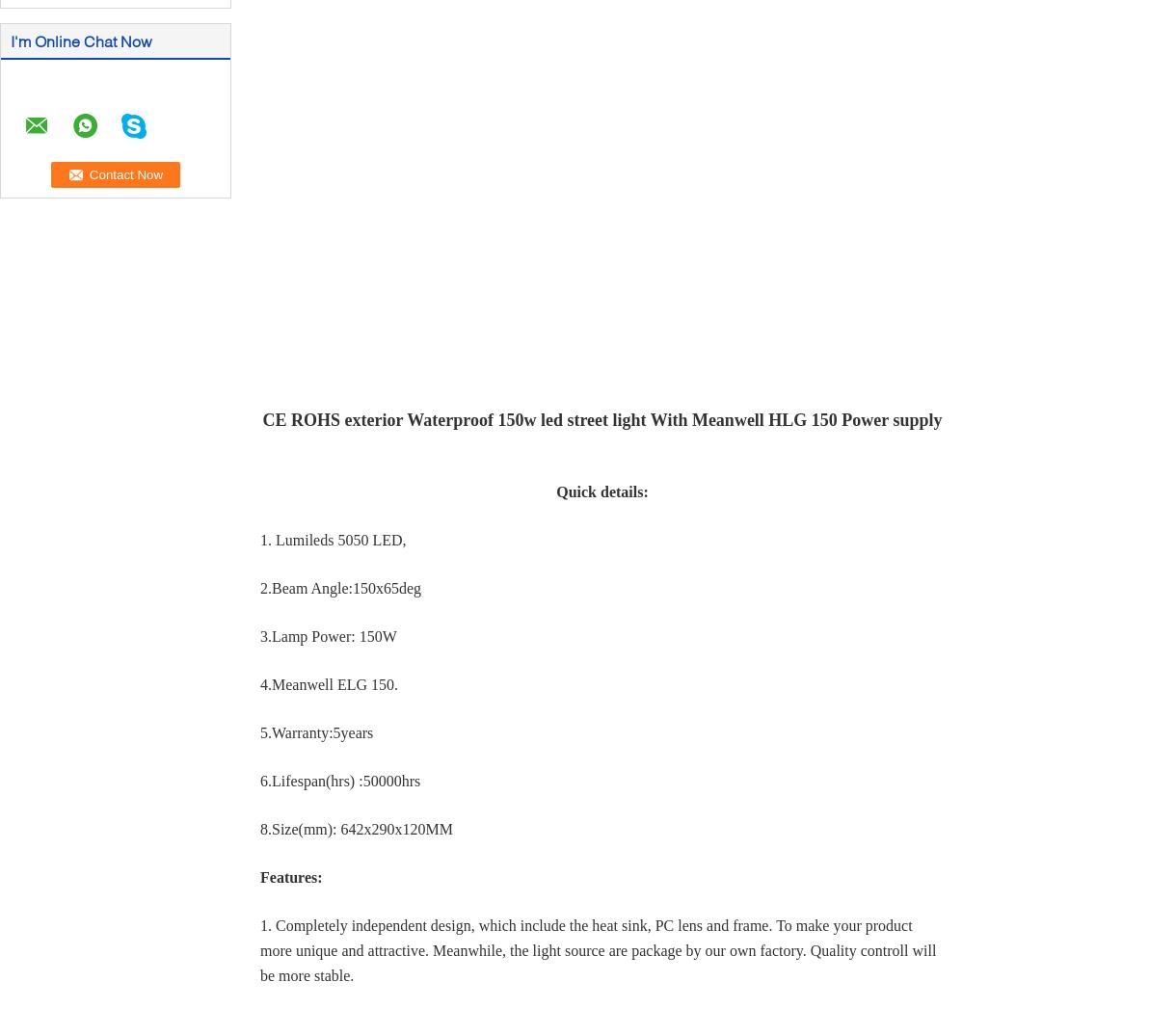  Describe the element at coordinates (263, 98) in the screenshot. I see `'SUBMIT'` at that location.